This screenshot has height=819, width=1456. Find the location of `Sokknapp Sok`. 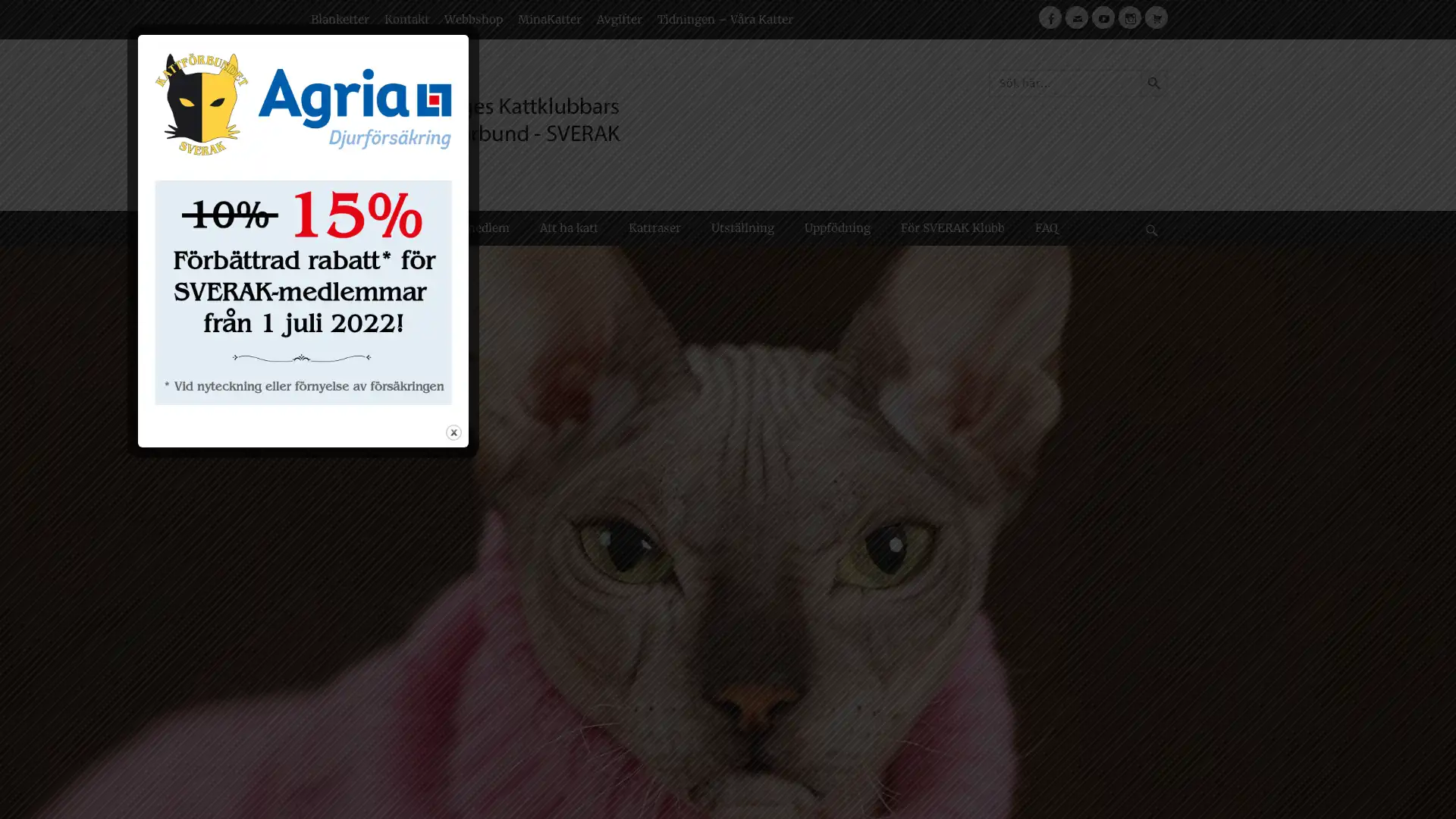

Sokknapp Sok is located at coordinates (1153, 82).